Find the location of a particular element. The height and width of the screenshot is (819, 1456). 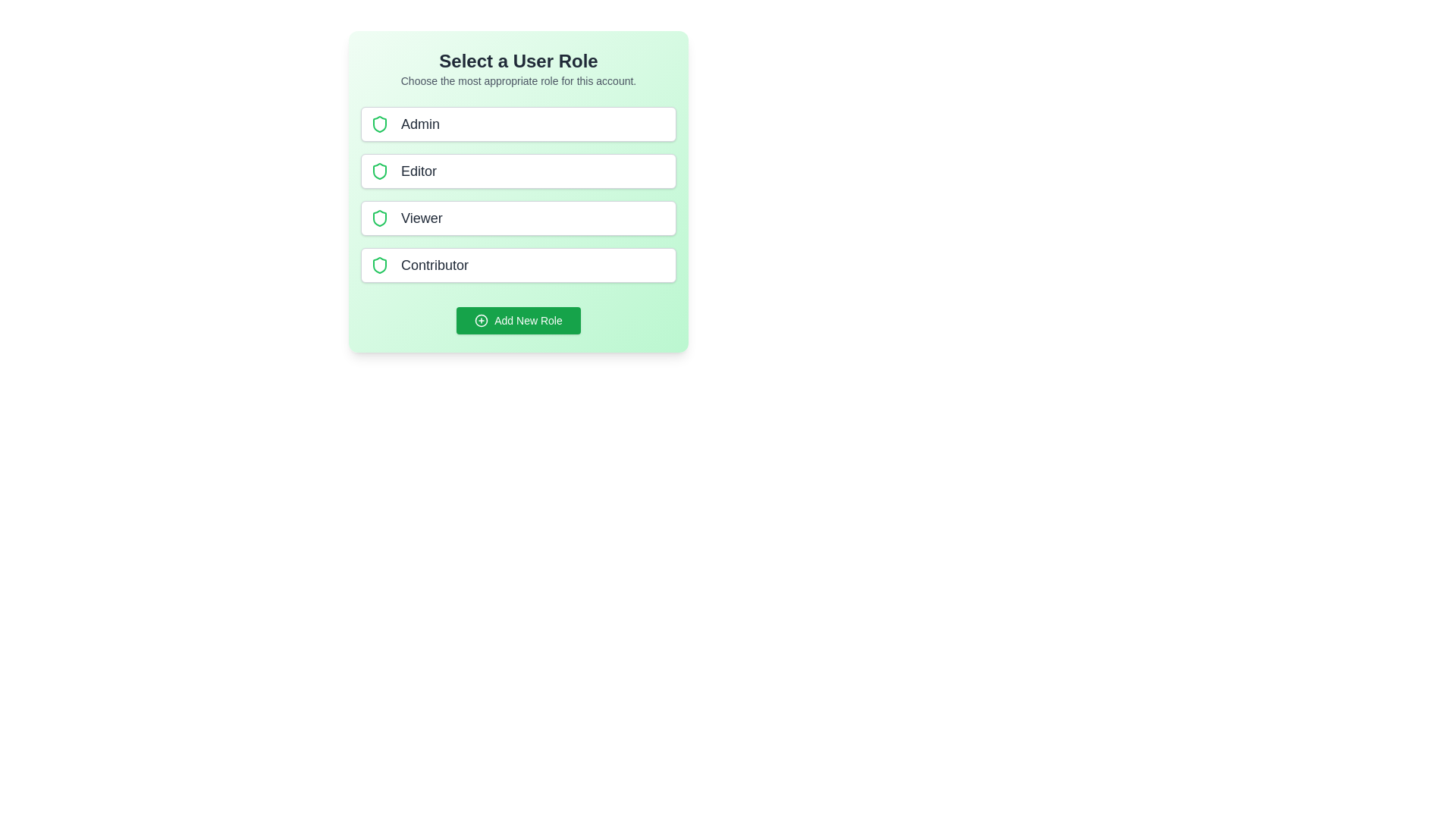

the role Admin to select it is located at coordinates (519, 124).